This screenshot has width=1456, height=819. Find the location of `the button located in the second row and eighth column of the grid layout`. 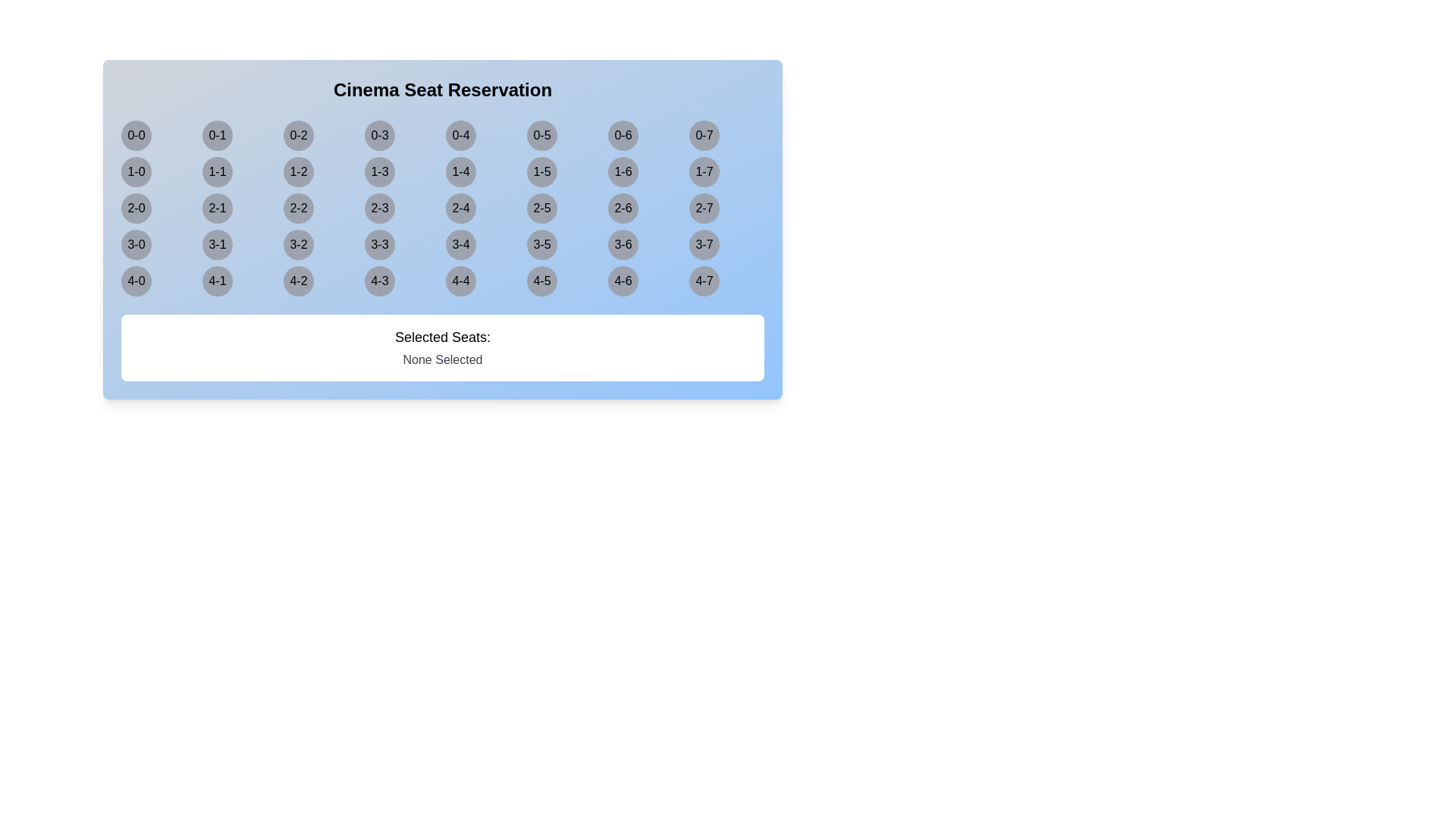

the button located in the second row and eighth column of the grid layout is located at coordinates (704, 171).